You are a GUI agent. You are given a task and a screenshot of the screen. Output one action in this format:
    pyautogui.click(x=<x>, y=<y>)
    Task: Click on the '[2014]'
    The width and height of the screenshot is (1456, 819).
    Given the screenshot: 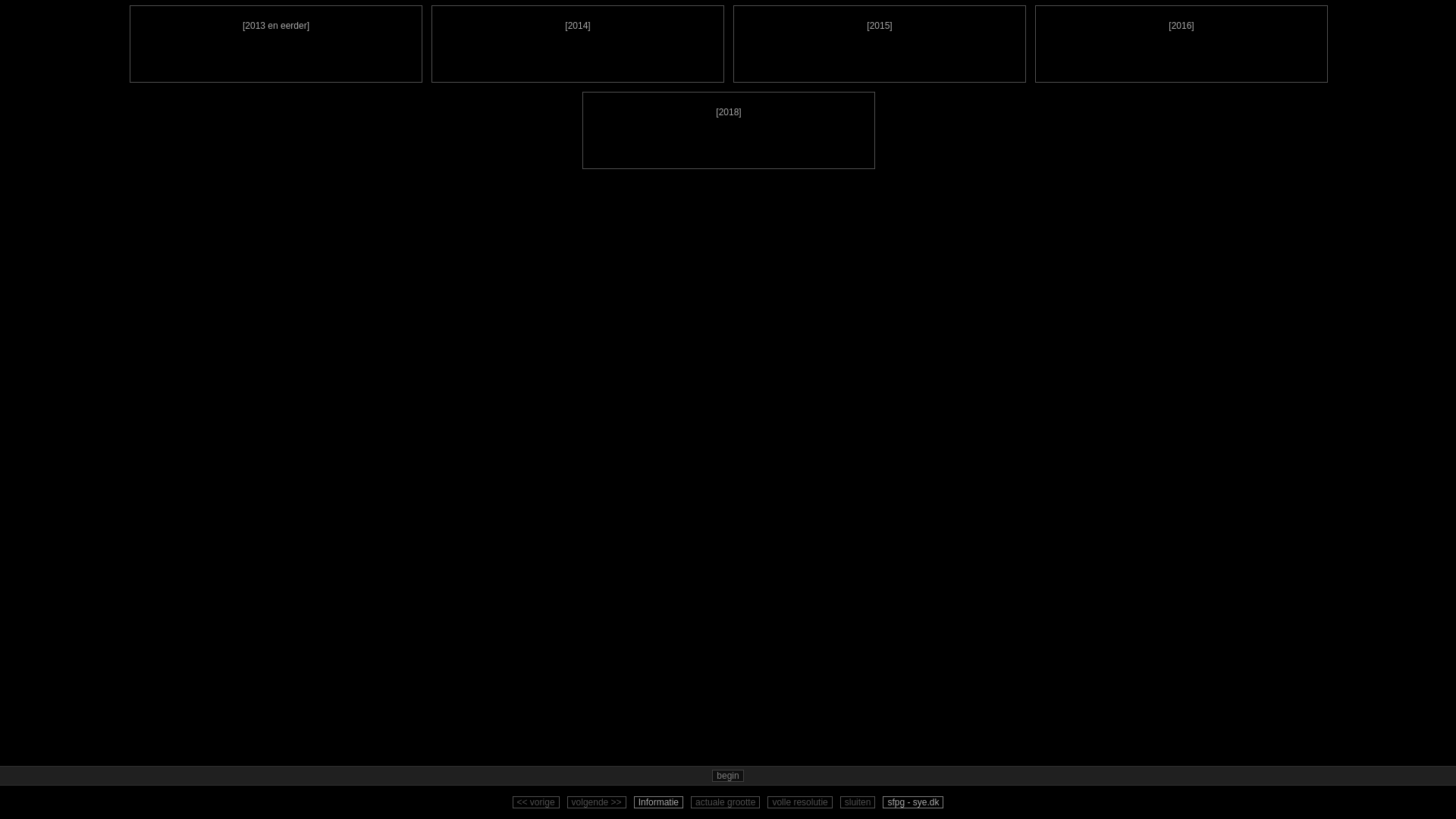 What is the action you would take?
    pyautogui.click(x=577, y=42)
    